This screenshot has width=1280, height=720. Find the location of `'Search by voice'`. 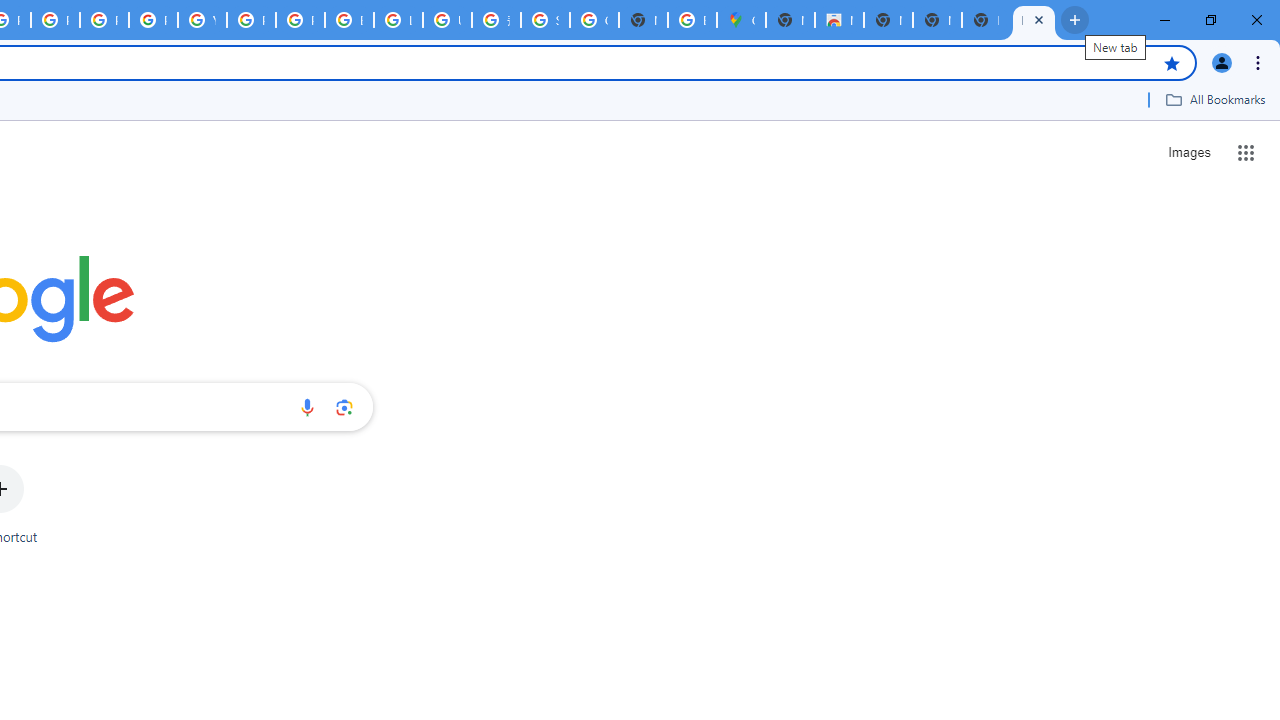

'Search by voice' is located at coordinates (306, 406).